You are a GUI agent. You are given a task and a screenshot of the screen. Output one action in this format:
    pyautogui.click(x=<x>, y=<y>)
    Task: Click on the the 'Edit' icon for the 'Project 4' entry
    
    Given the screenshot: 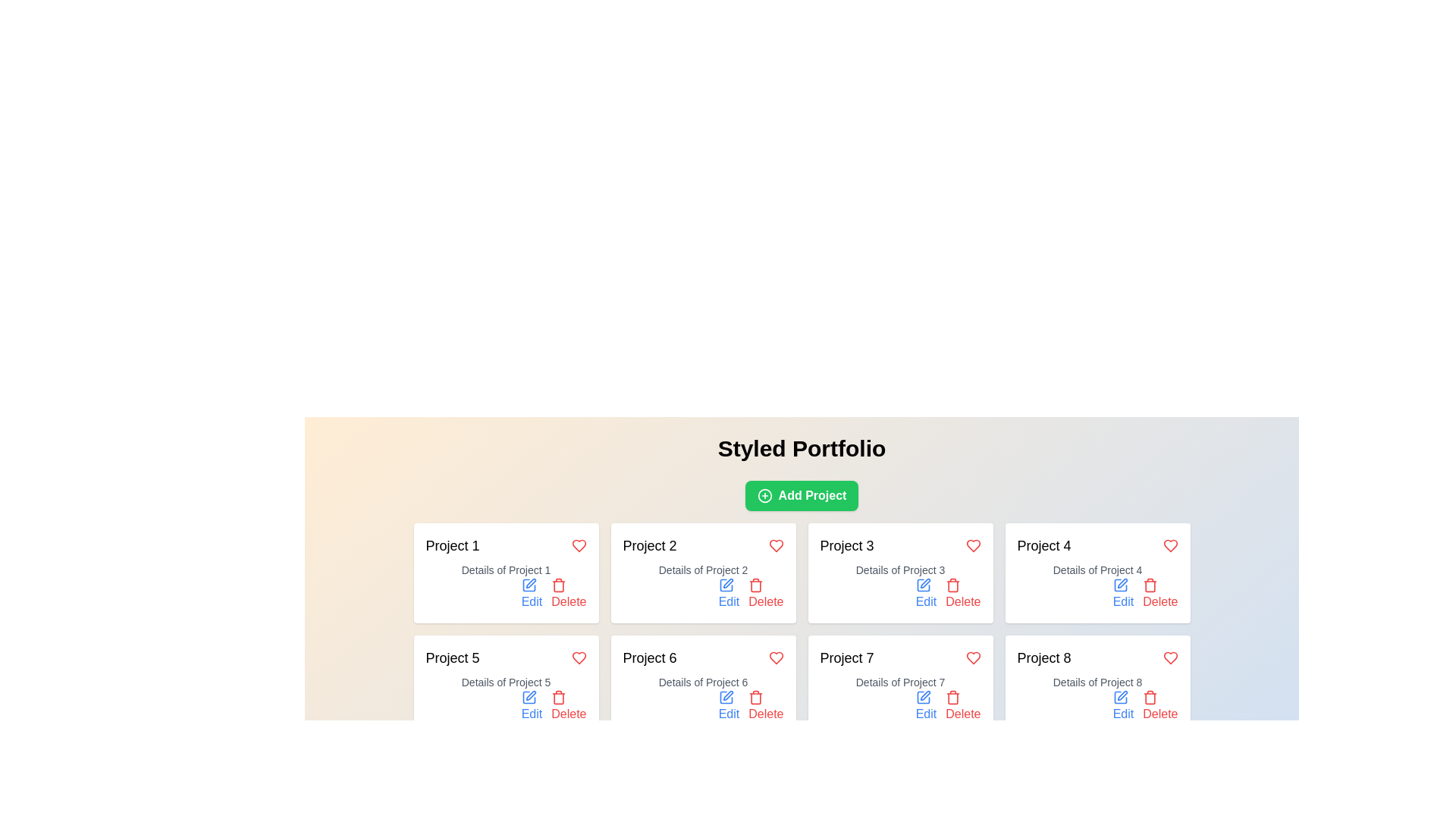 What is the action you would take?
    pyautogui.click(x=1120, y=584)
    